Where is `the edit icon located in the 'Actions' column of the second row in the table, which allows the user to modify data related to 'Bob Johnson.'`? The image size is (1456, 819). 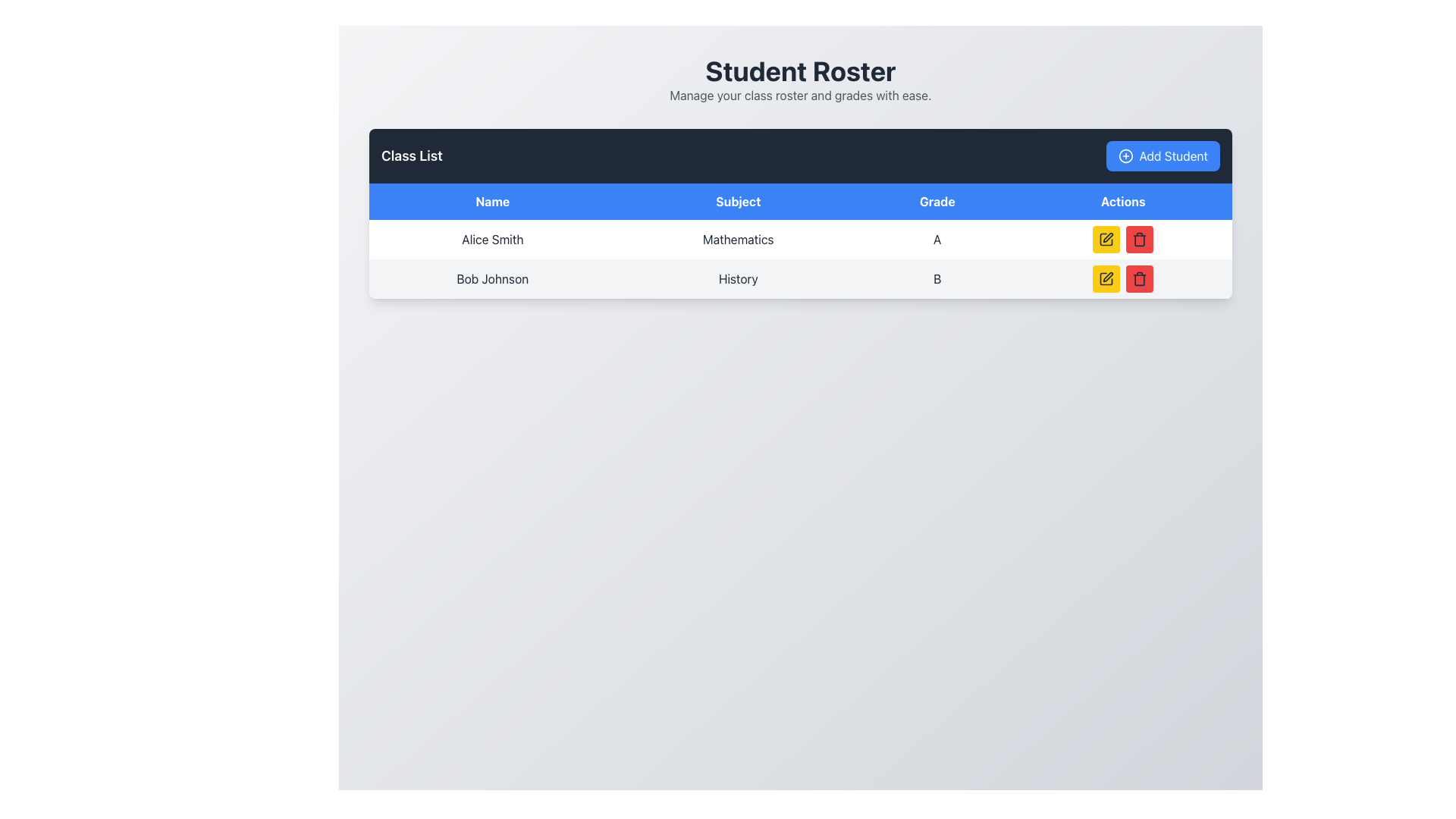 the edit icon located in the 'Actions' column of the second row in the table, which allows the user to modify data related to 'Bob Johnson.' is located at coordinates (1106, 239).